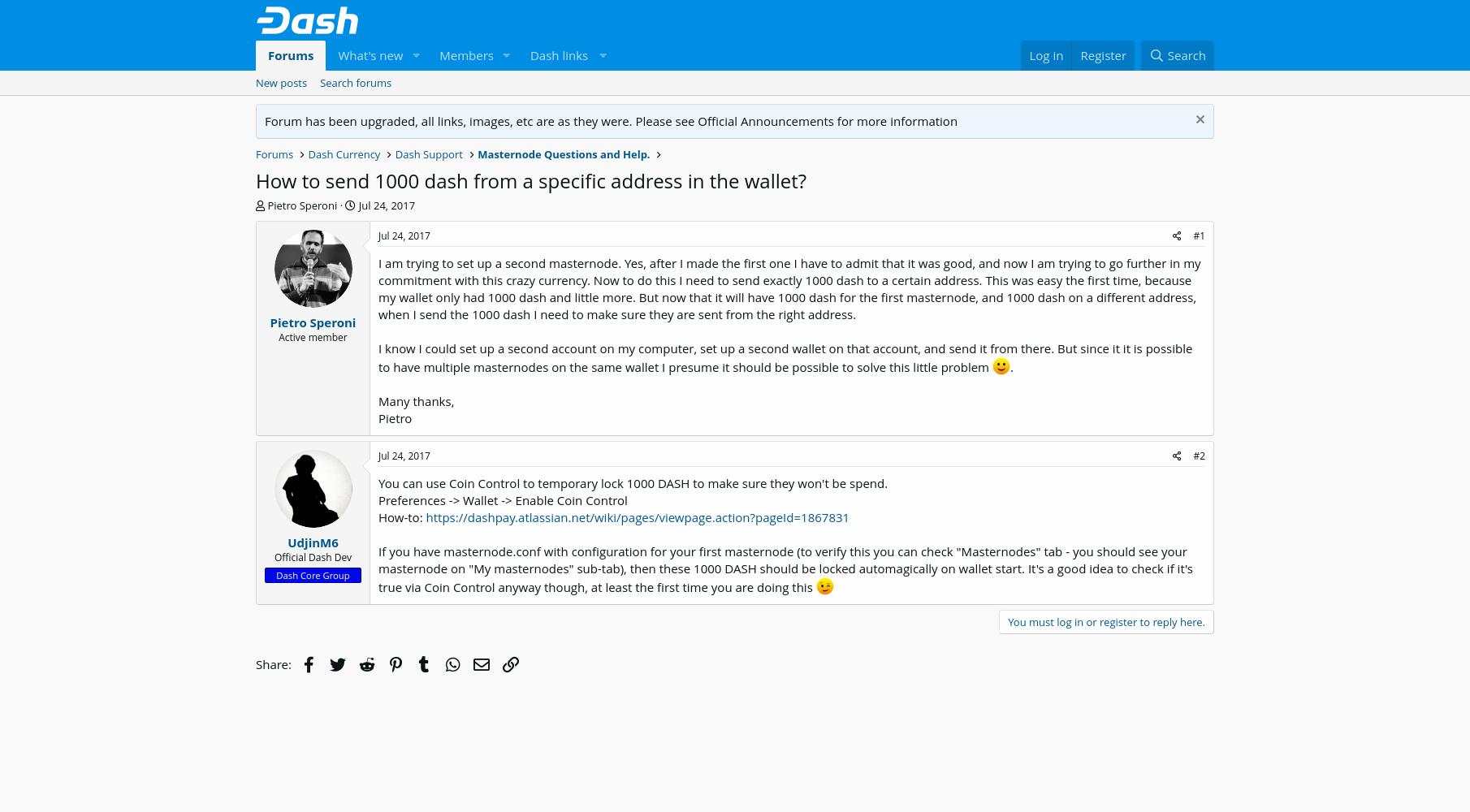  What do you see at coordinates (313, 556) in the screenshot?
I see `'Official Dash Dev'` at bounding box center [313, 556].